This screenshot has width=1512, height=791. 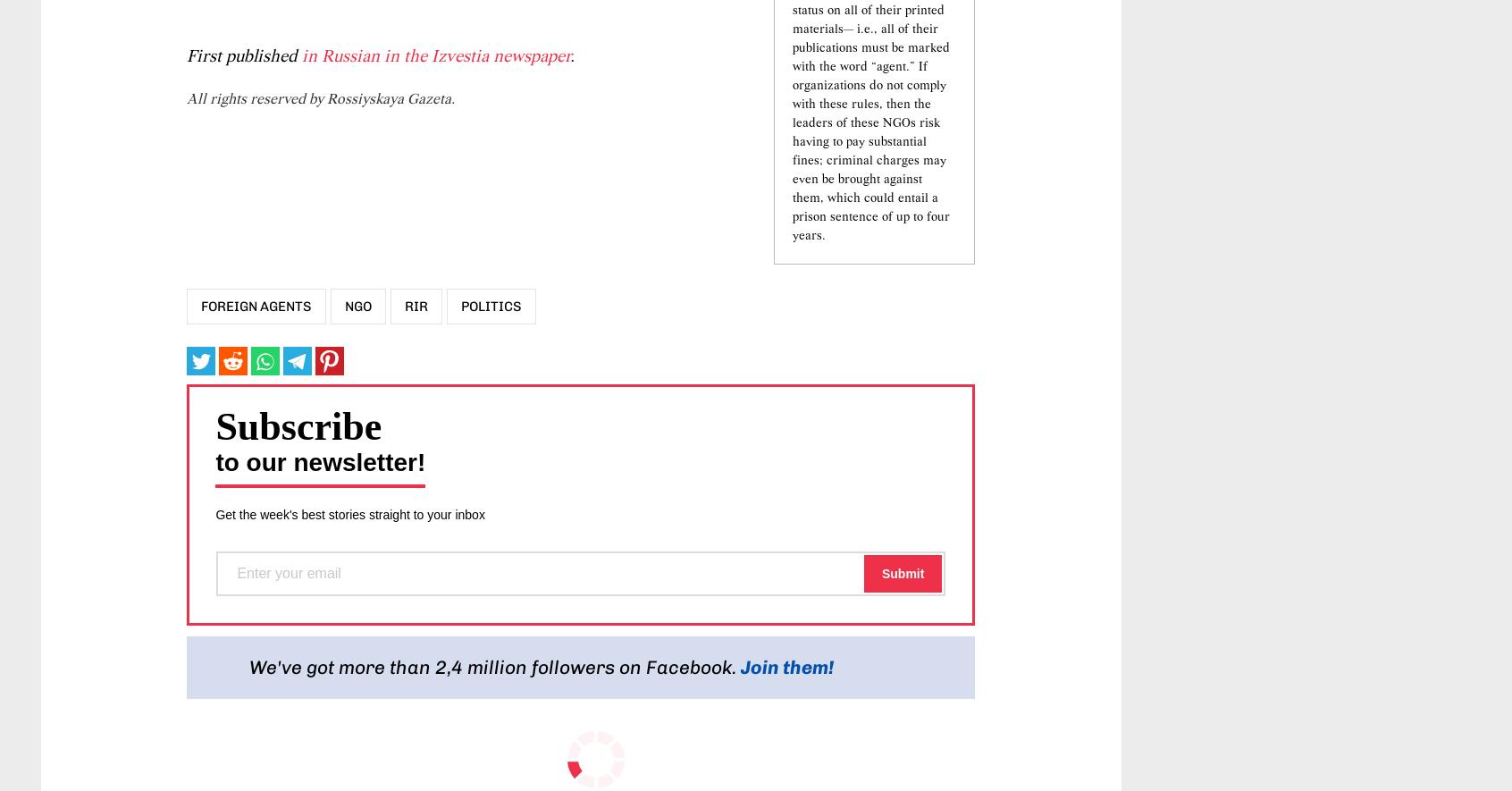 I want to click on 'Subscribe', so click(x=298, y=534).